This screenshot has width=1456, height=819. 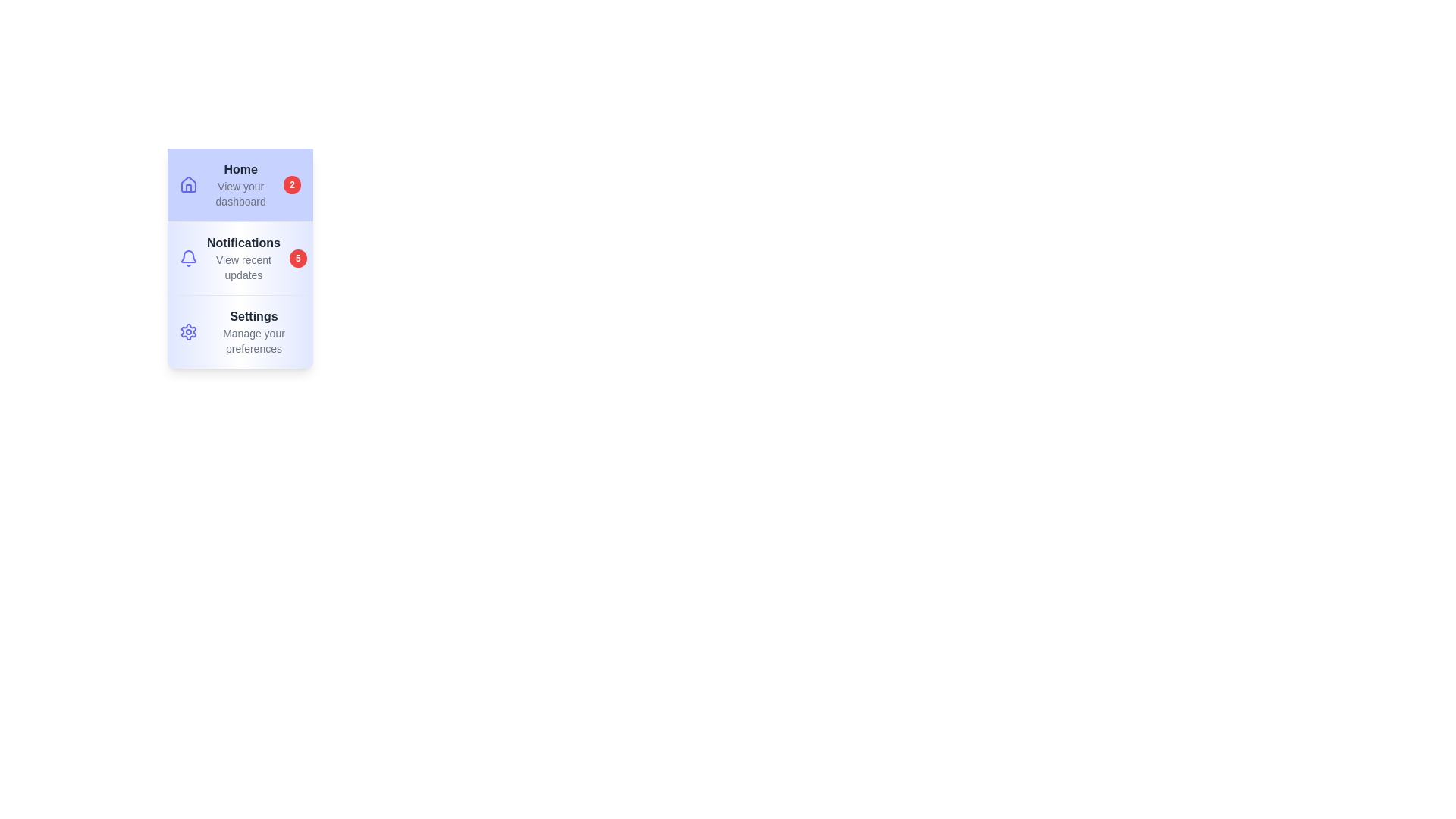 What do you see at coordinates (239, 330) in the screenshot?
I see `the menu item labeled Settings` at bounding box center [239, 330].